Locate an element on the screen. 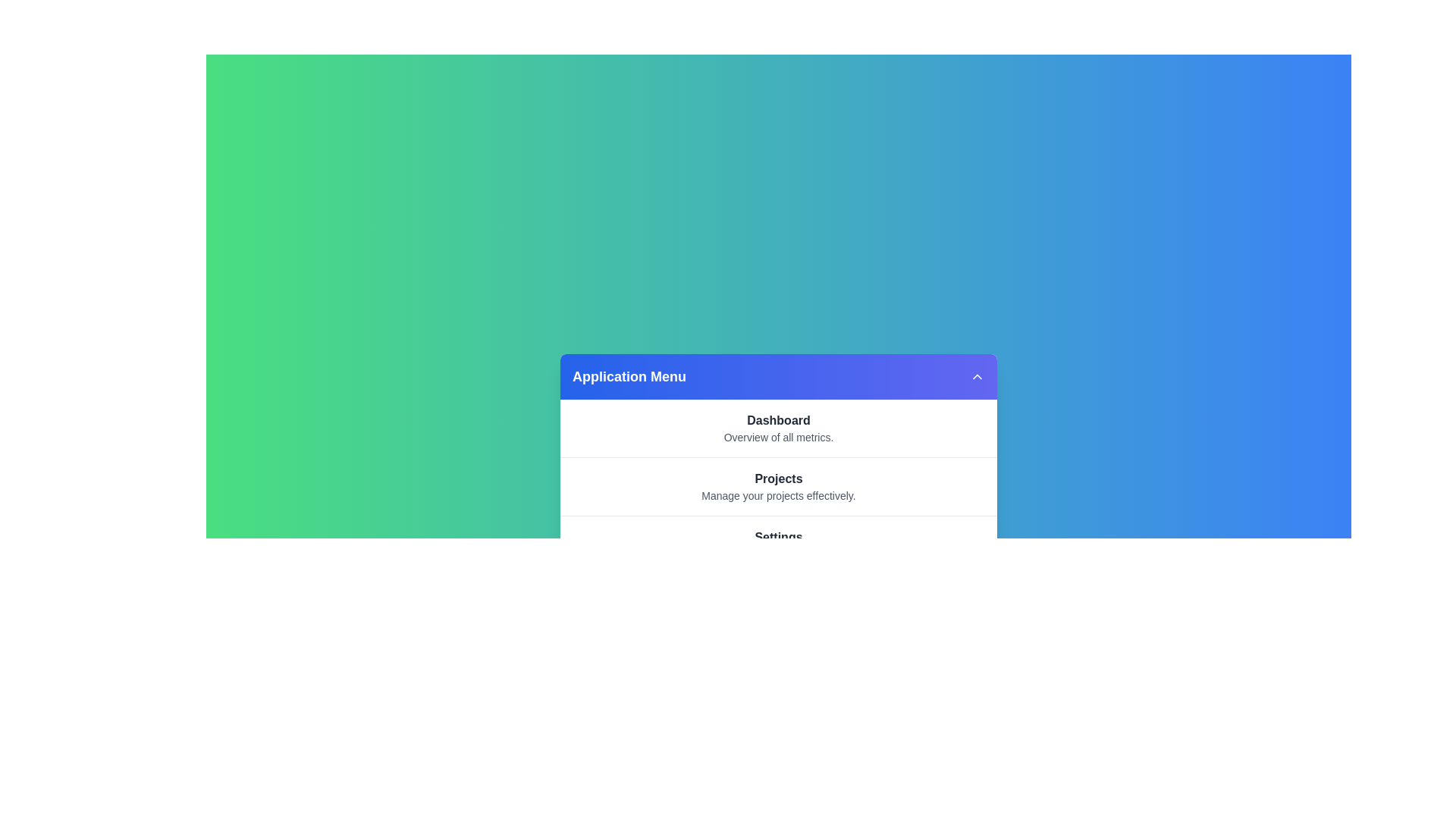  the menu item labeled Settings to view its details is located at coordinates (779, 537).